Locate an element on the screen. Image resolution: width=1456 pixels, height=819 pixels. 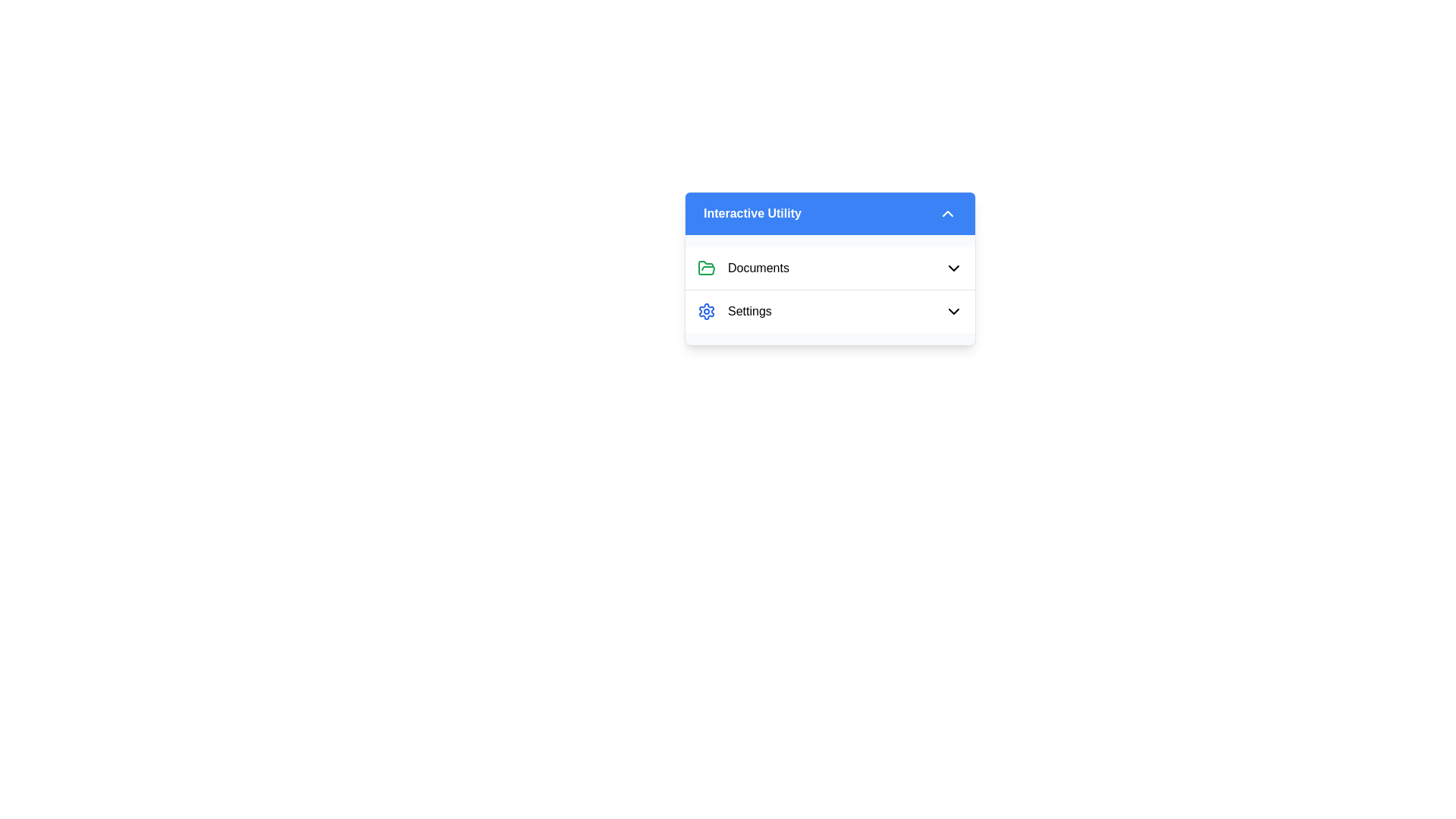
the decorative settings icon located at the left end of the dropdown menu item labeled 'Interactive Utility', which precedes the text 'Settings' is located at coordinates (705, 311).